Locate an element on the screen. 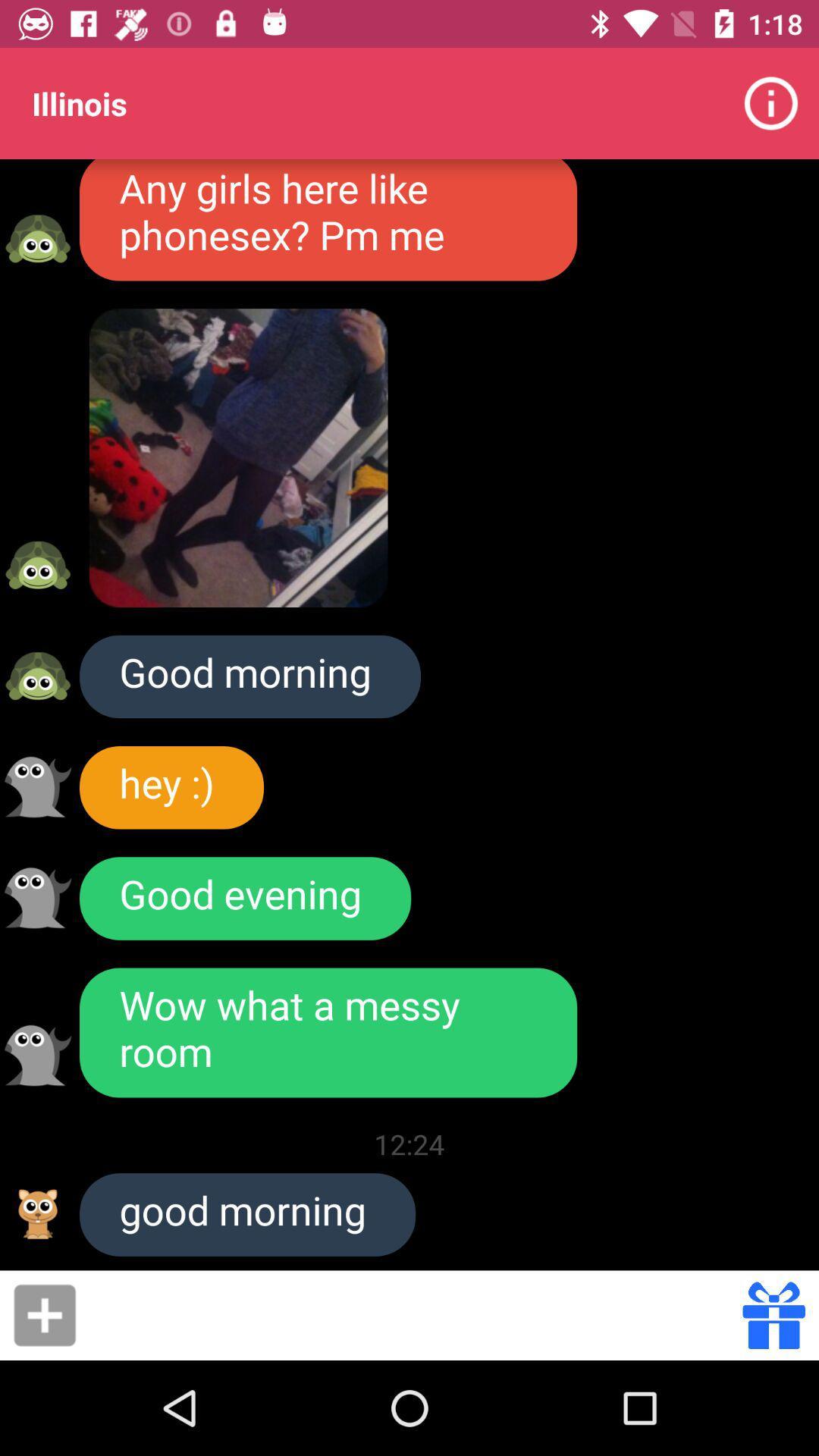  send a gift is located at coordinates (773, 1314).